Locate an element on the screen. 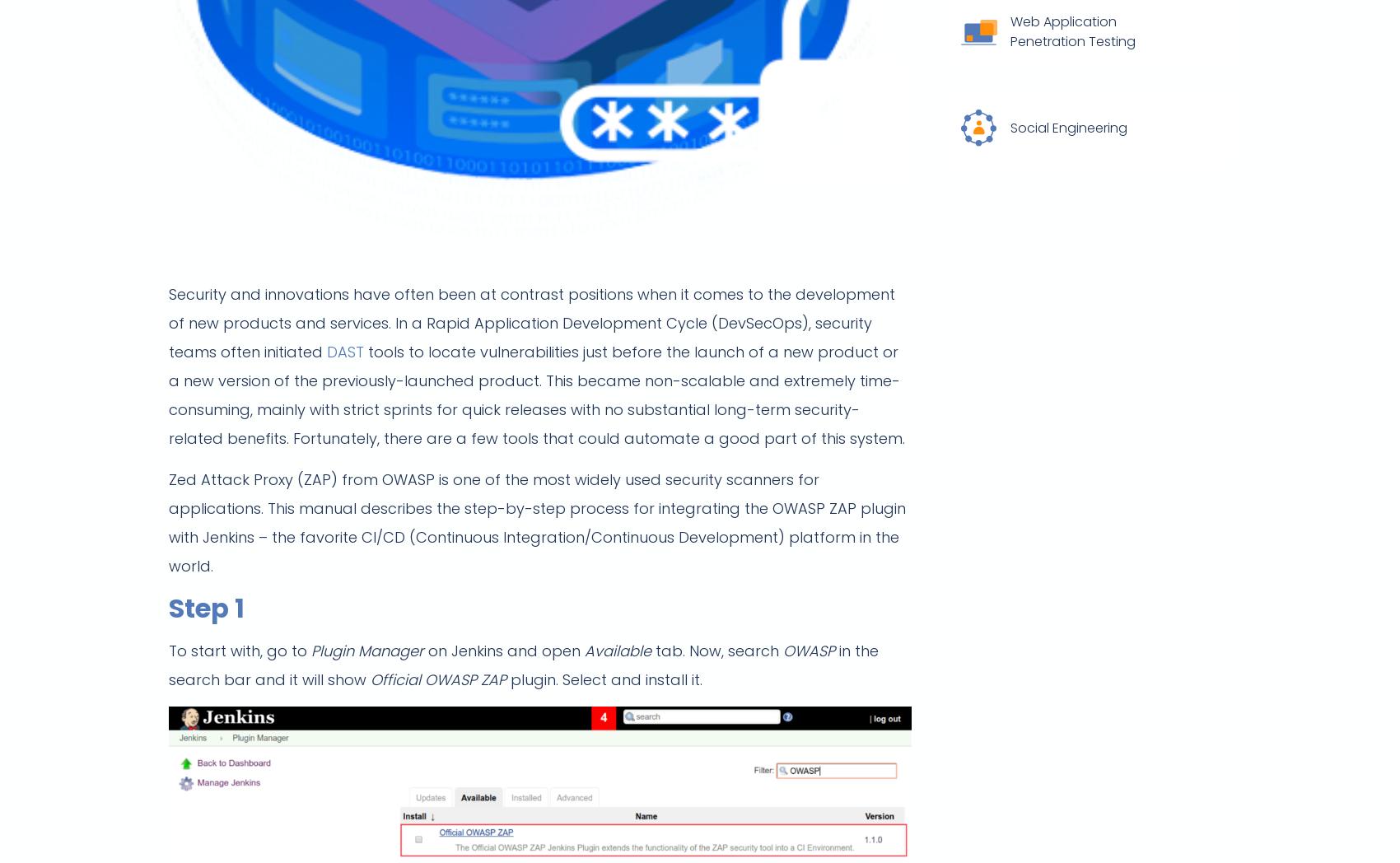 This screenshot has width=1400, height=863. 'Official OWASP ZAP' is located at coordinates (437, 679).